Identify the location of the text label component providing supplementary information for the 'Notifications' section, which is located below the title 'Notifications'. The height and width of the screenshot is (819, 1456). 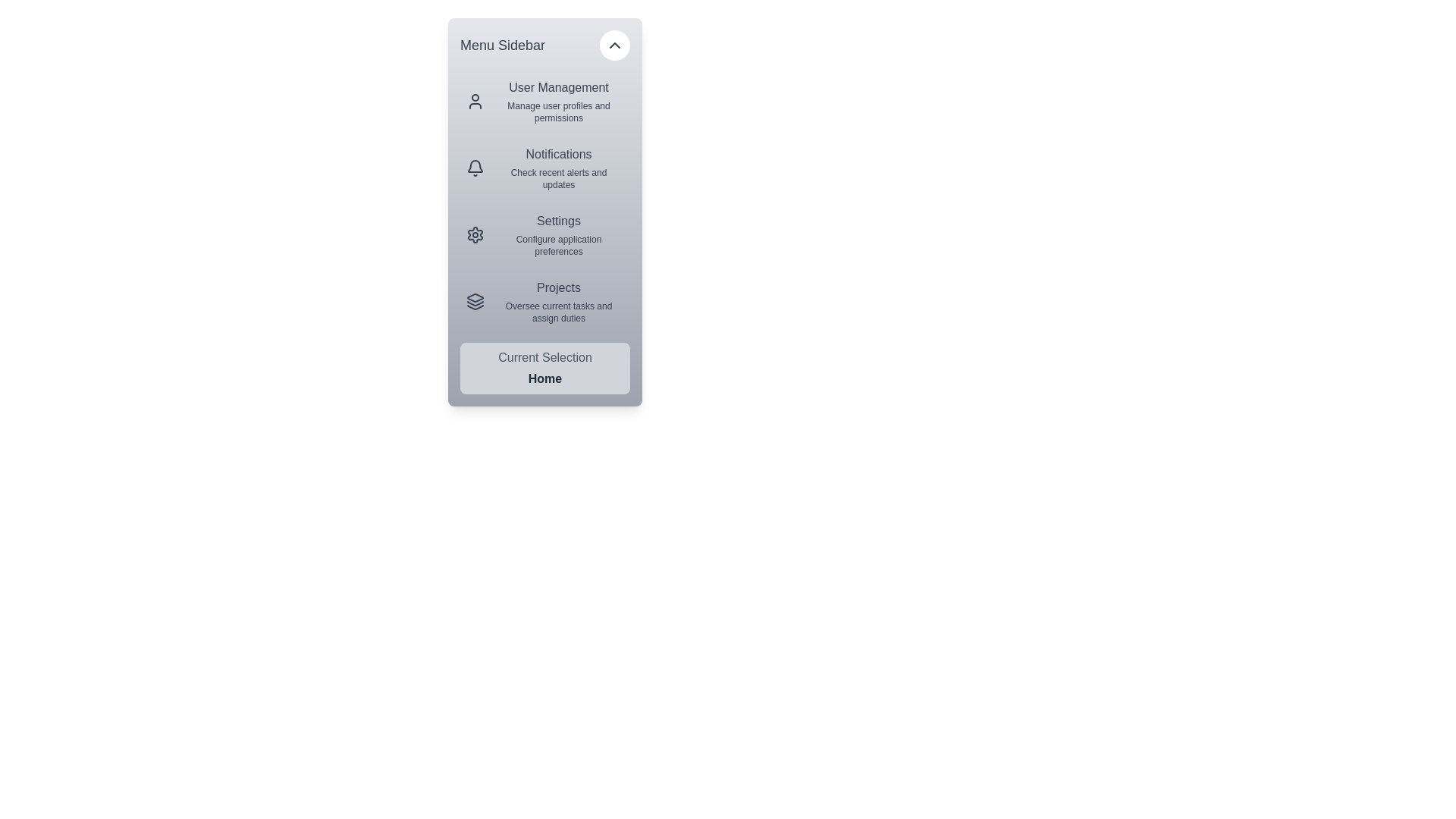
(558, 177).